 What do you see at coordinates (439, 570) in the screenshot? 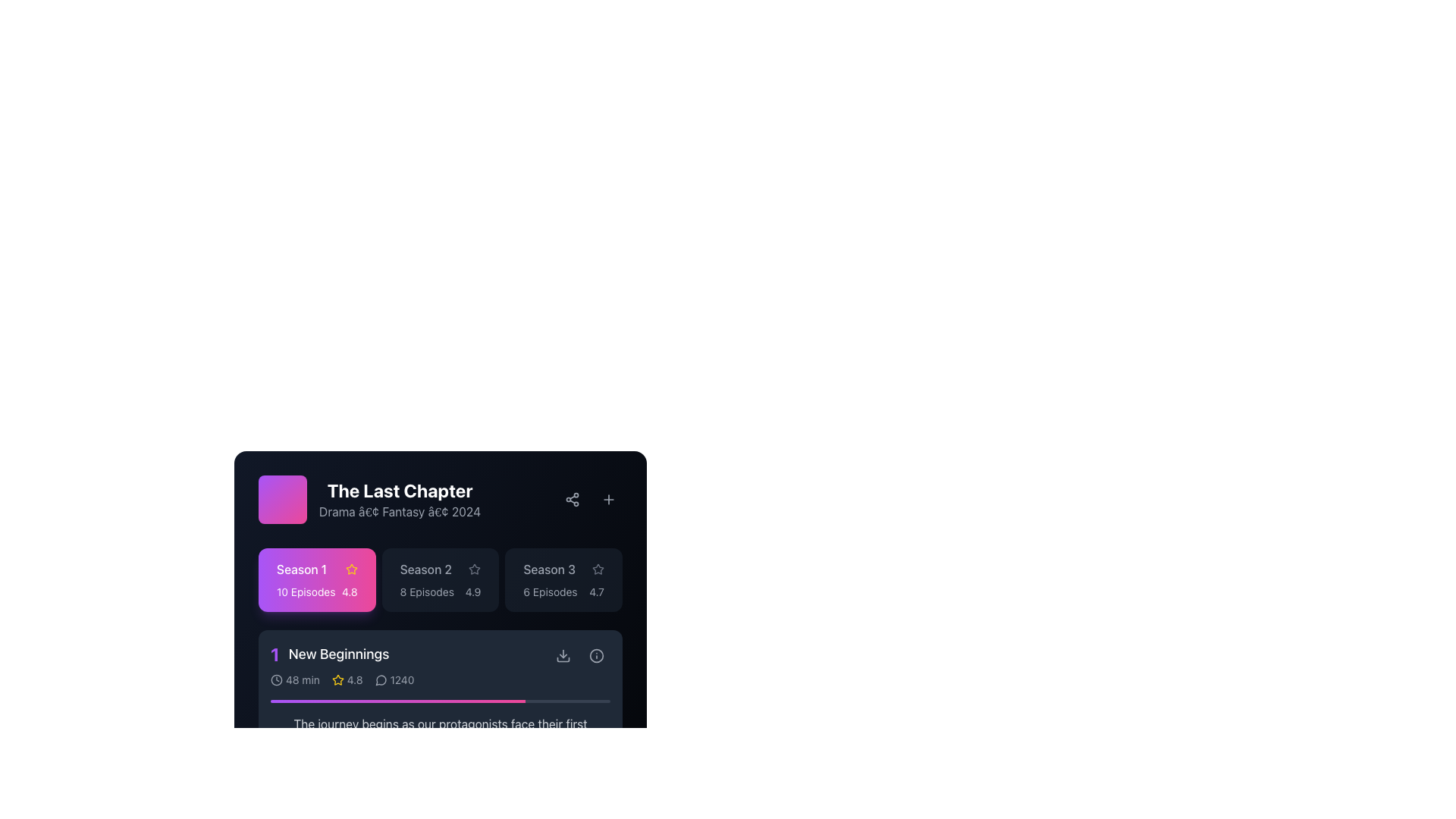
I see `the 'Season 2' text button with icon, which features a medium font weight text and a small star icon on a dark rectangular button with rounded corners` at bounding box center [439, 570].